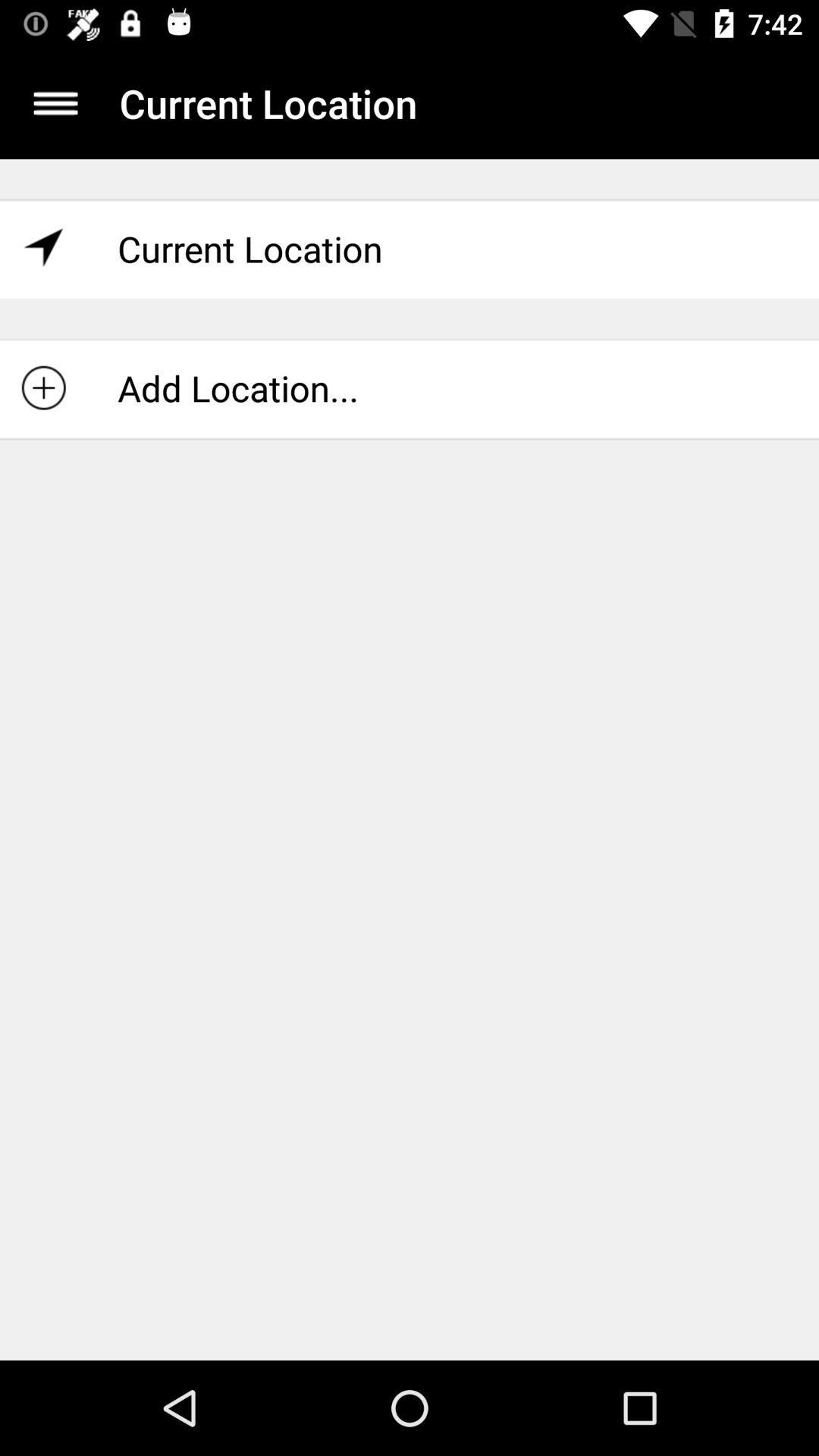  Describe the element at coordinates (55, 102) in the screenshot. I see `the menu icon` at that location.